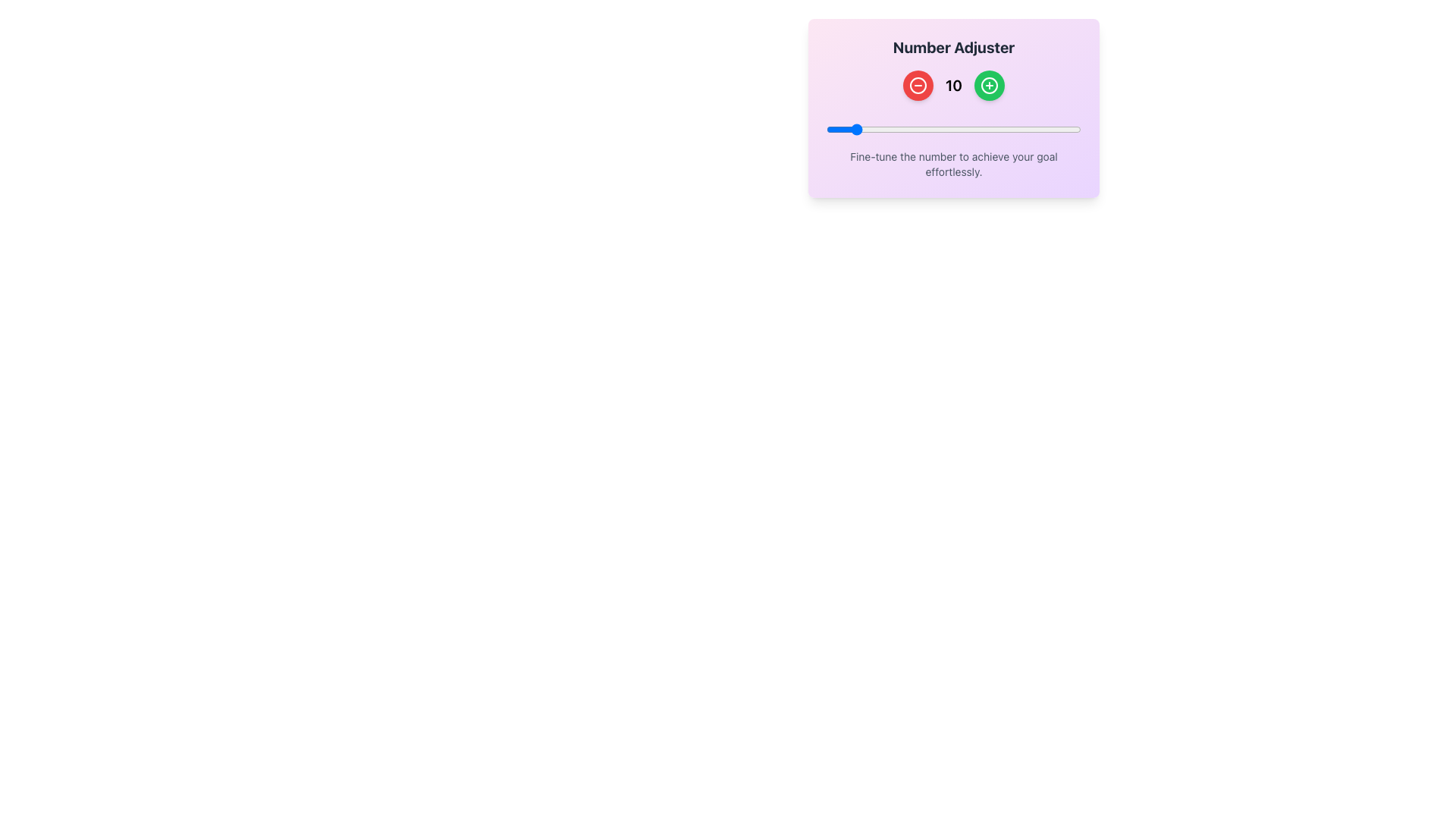  What do you see at coordinates (935, 128) in the screenshot?
I see `the slider` at bounding box center [935, 128].